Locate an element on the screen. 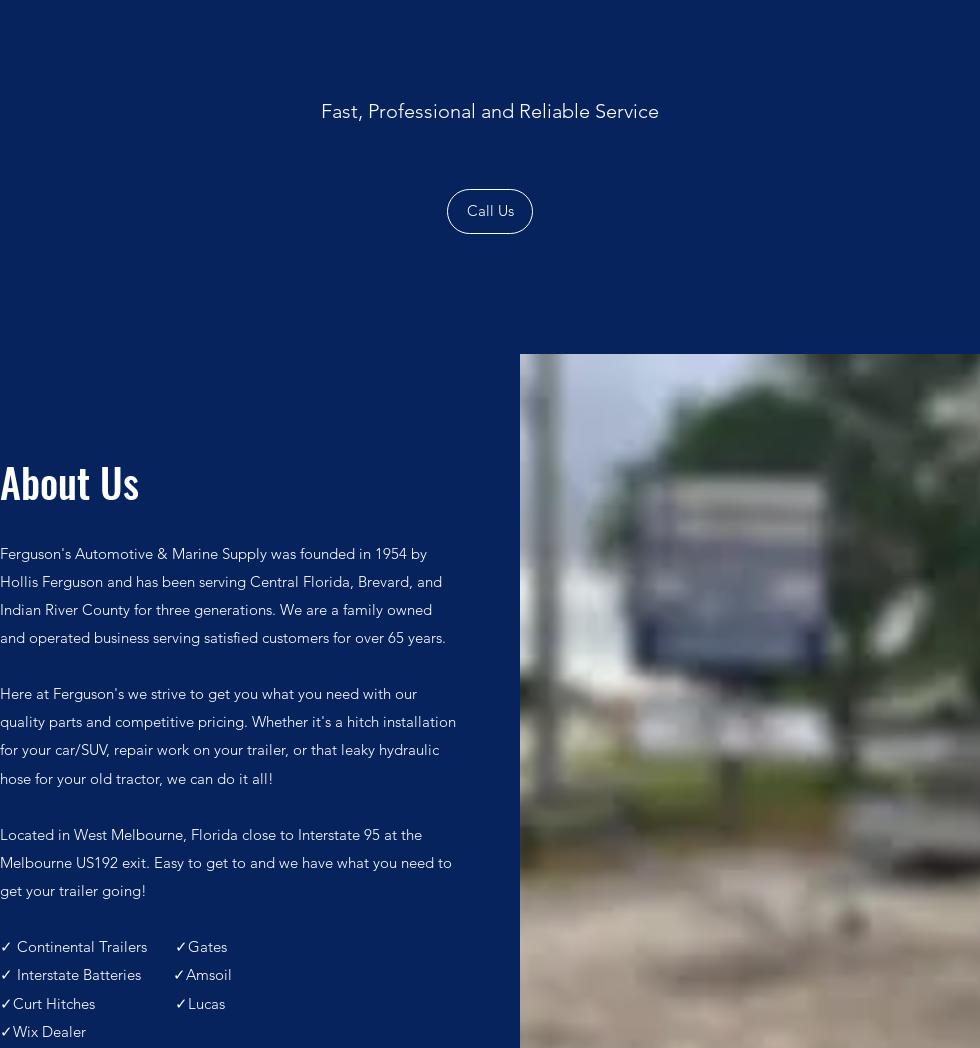 The width and height of the screenshot is (980, 1048). '✓ Continental Trailers       ✓Gates' is located at coordinates (113, 946).